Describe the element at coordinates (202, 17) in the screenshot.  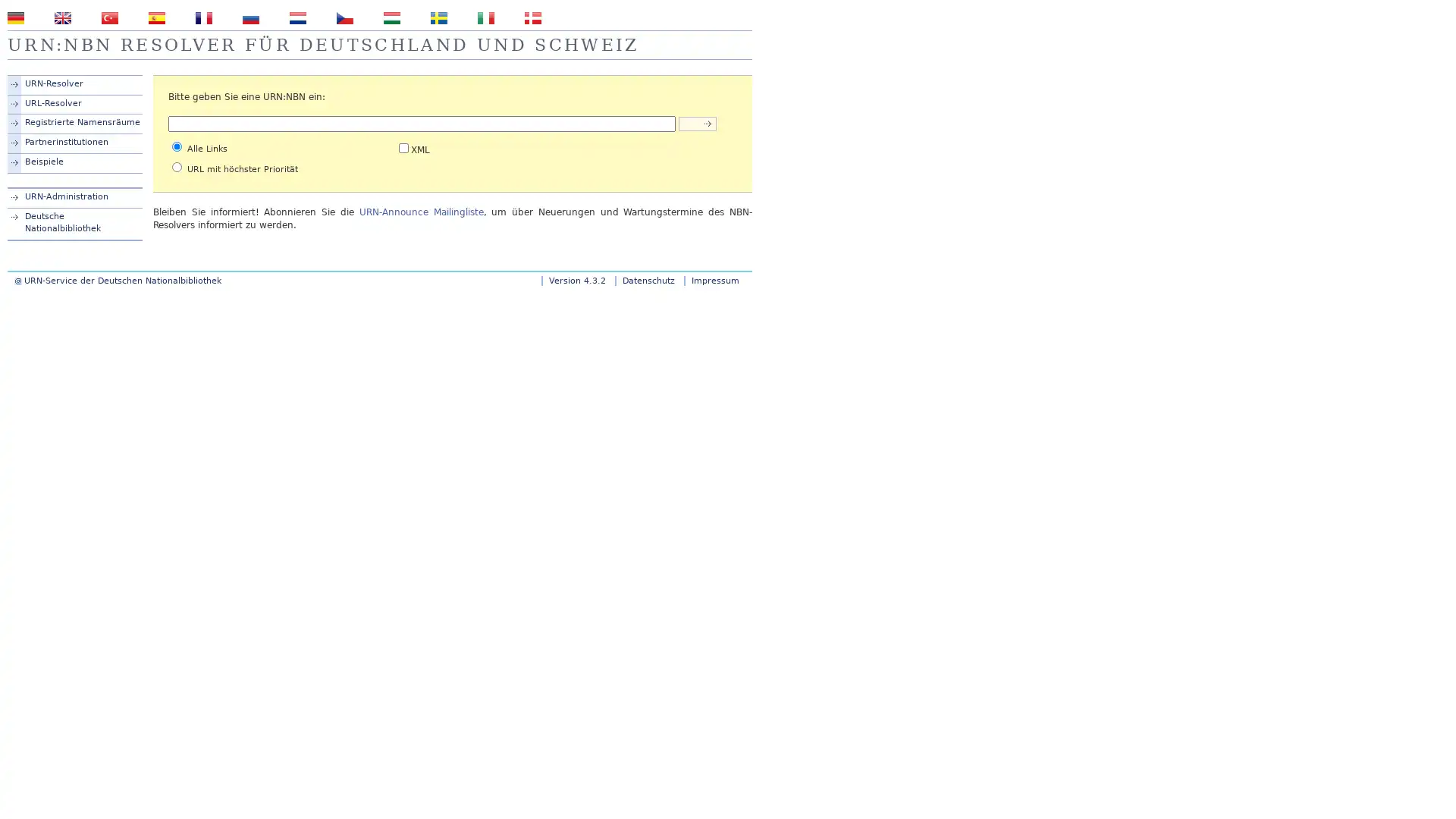
I see `fr` at that location.